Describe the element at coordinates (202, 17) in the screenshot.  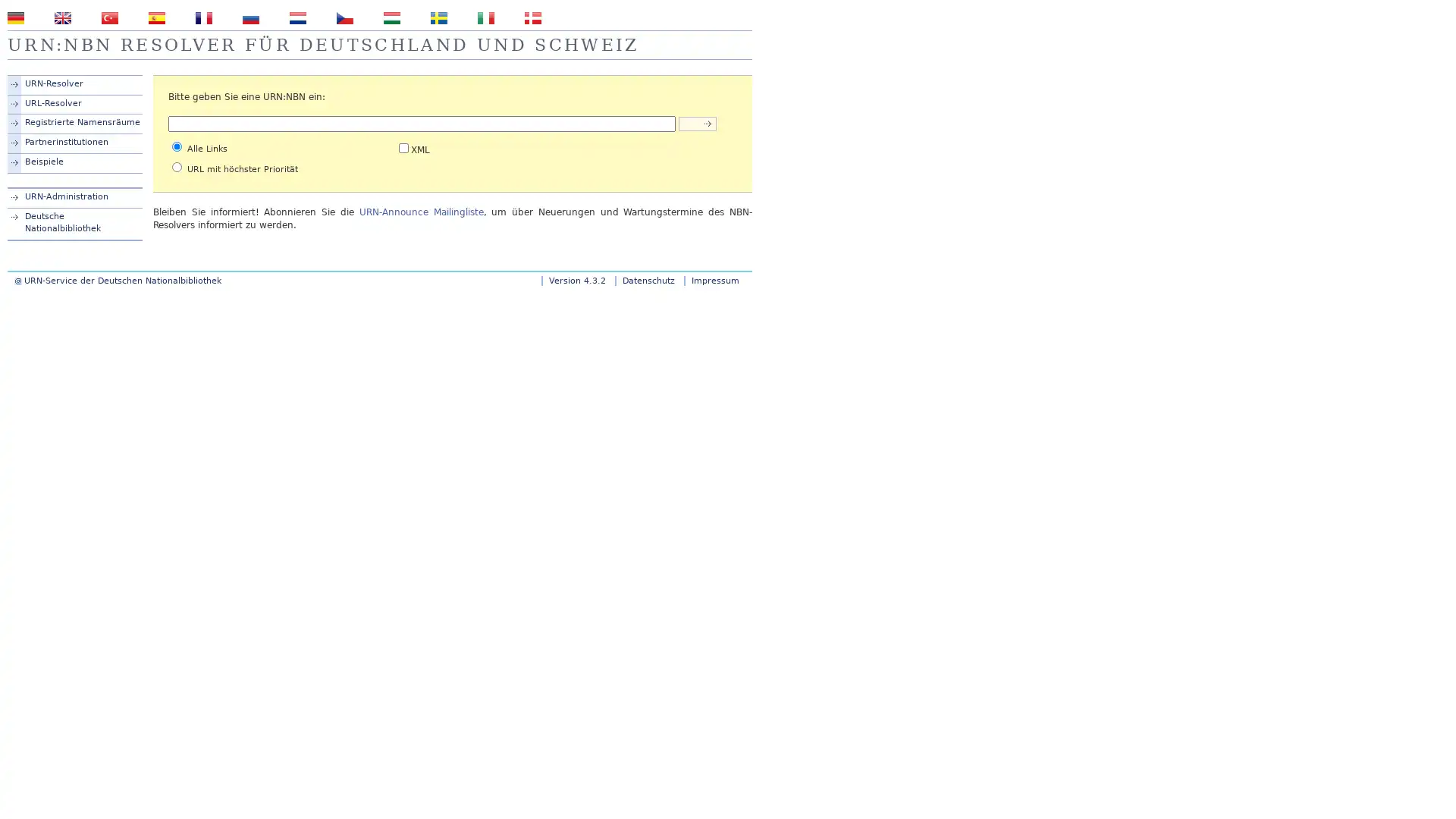
I see `fr` at that location.